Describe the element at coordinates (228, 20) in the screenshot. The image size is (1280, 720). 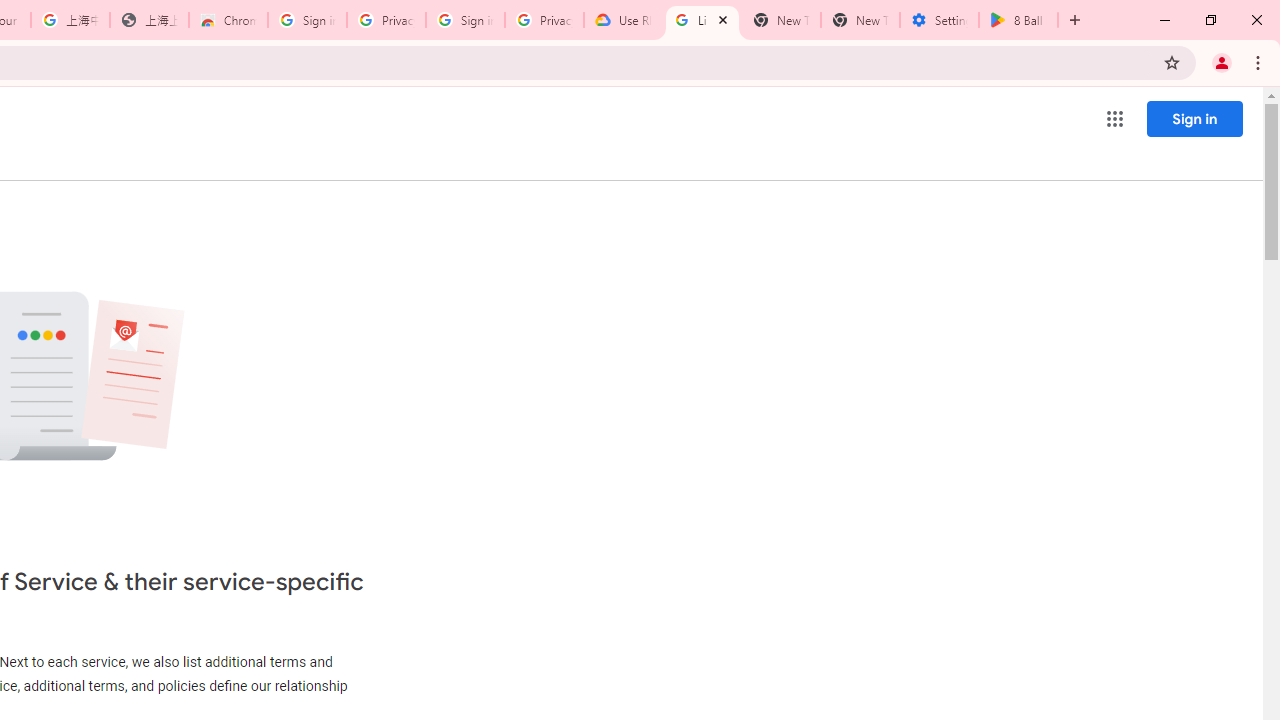
I see `'Chrome Web Store - Color themes by Chrome'` at that location.